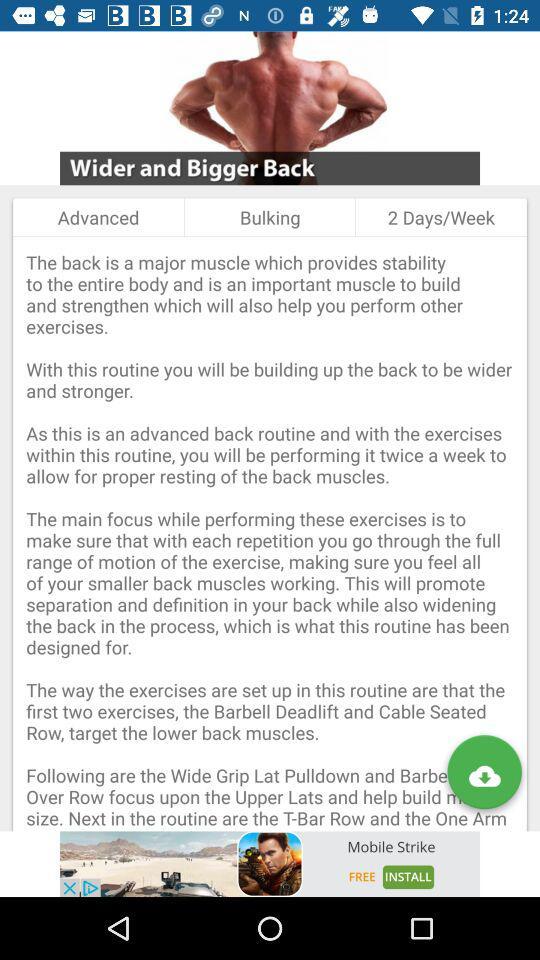  Describe the element at coordinates (270, 863) in the screenshot. I see `item below the back is item` at that location.